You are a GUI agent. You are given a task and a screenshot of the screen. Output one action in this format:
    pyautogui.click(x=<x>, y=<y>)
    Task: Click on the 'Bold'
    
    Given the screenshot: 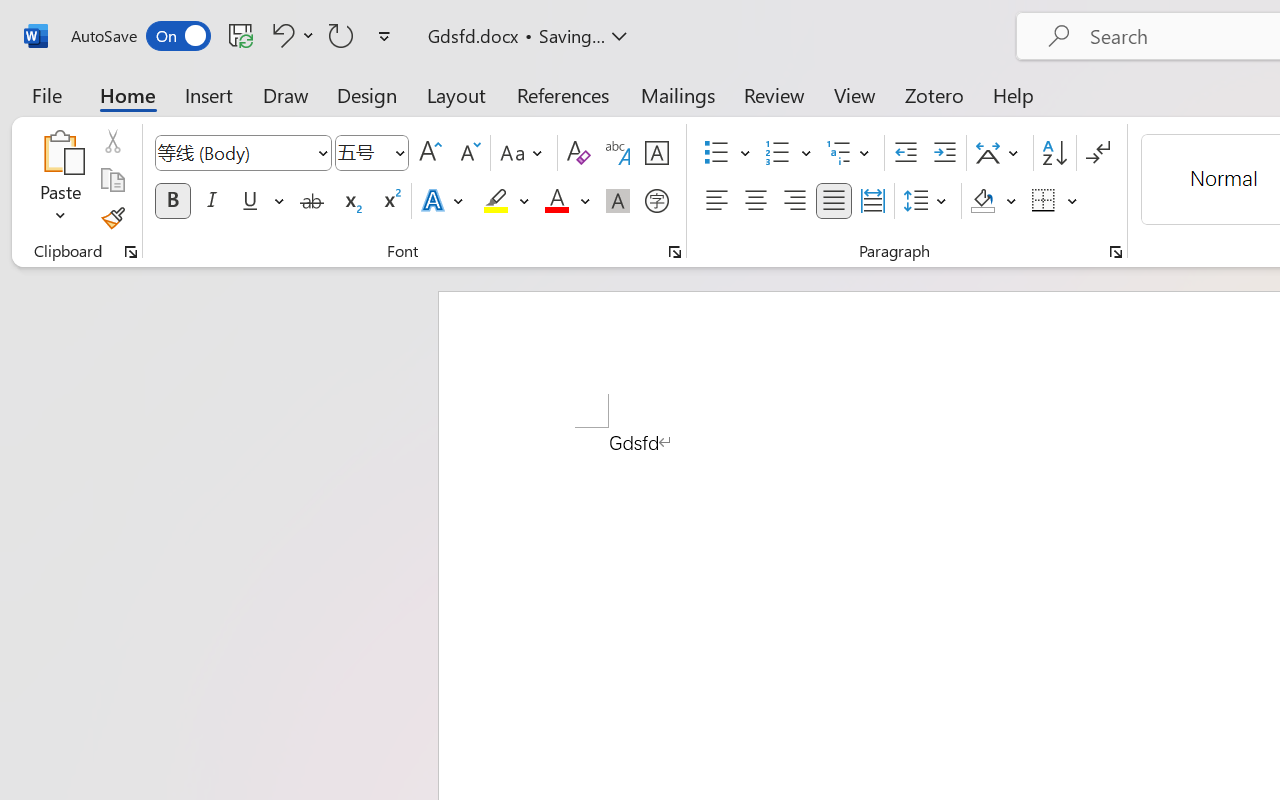 What is the action you would take?
    pyautogui.click(x=172, y=201)
    